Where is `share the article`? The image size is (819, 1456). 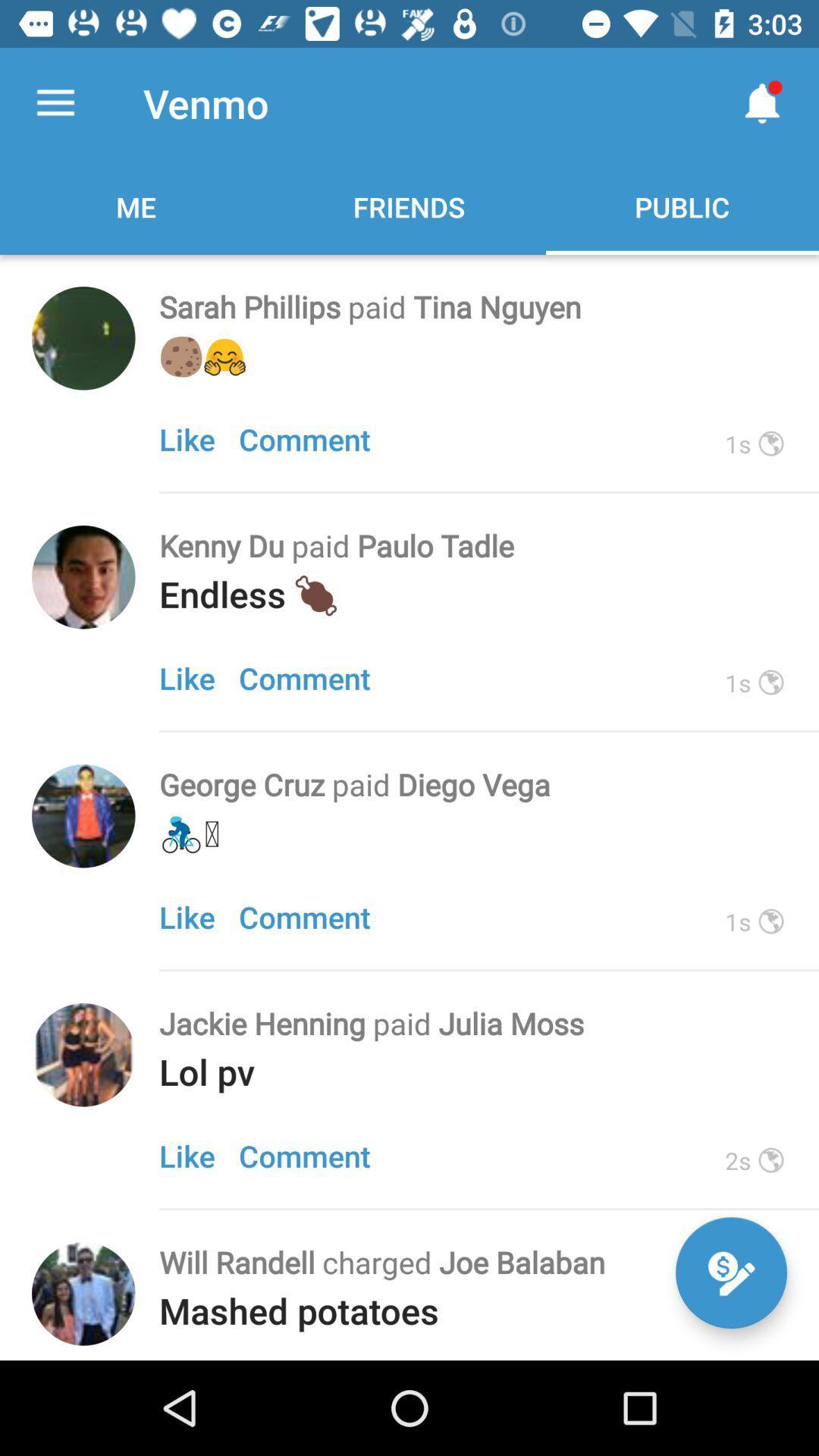
share the article is located at coordinates (83, 576).